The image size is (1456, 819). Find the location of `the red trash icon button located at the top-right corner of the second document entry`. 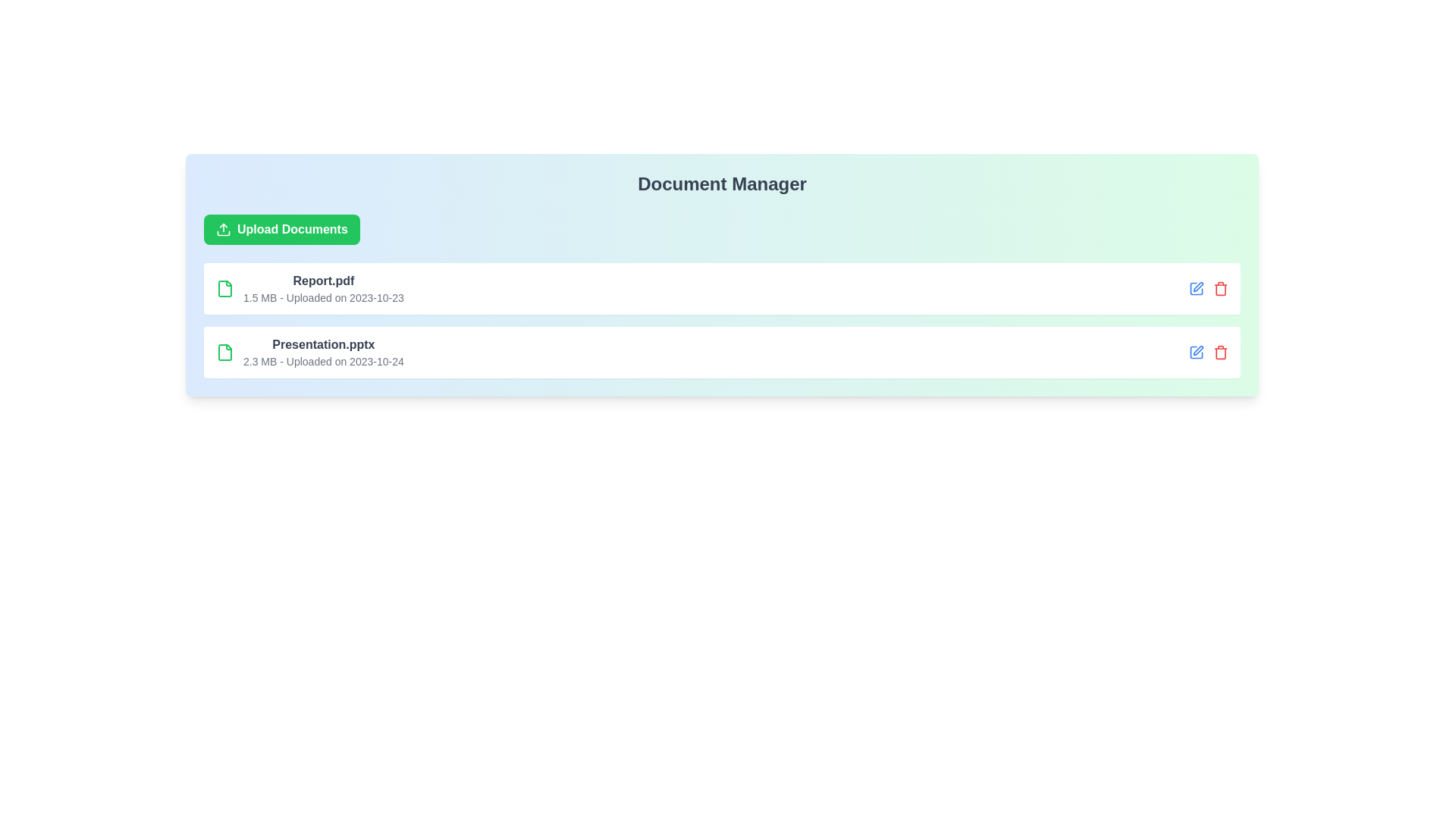

the red trash icon button located at the top-right corner of the second document entry is located at coordinates (1220, 353).